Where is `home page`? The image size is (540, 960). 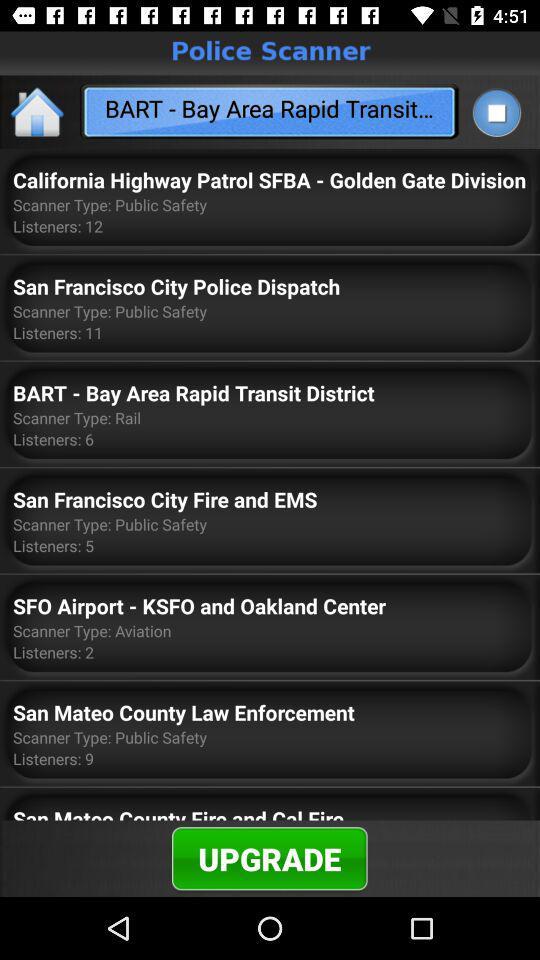
home page is located at coordinates (38, 111).